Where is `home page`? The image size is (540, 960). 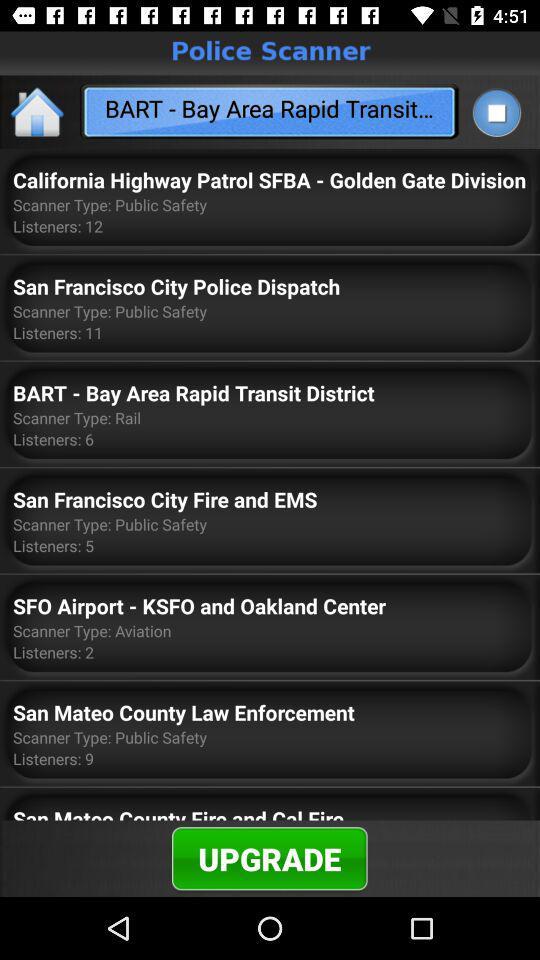
home page is located at coordinates (38, 111).